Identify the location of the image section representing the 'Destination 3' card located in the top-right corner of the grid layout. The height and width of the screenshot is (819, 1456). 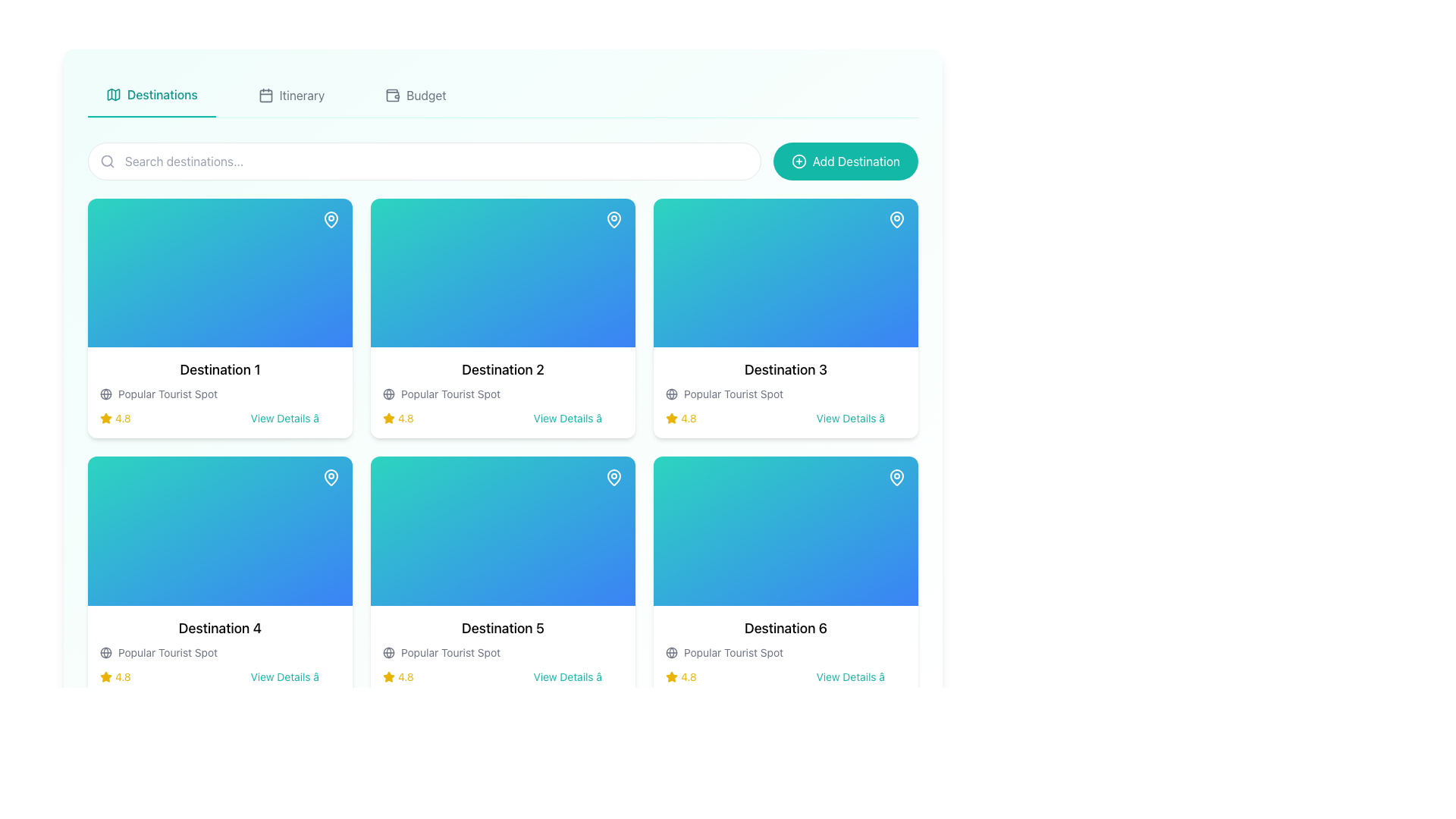
(786, 273).